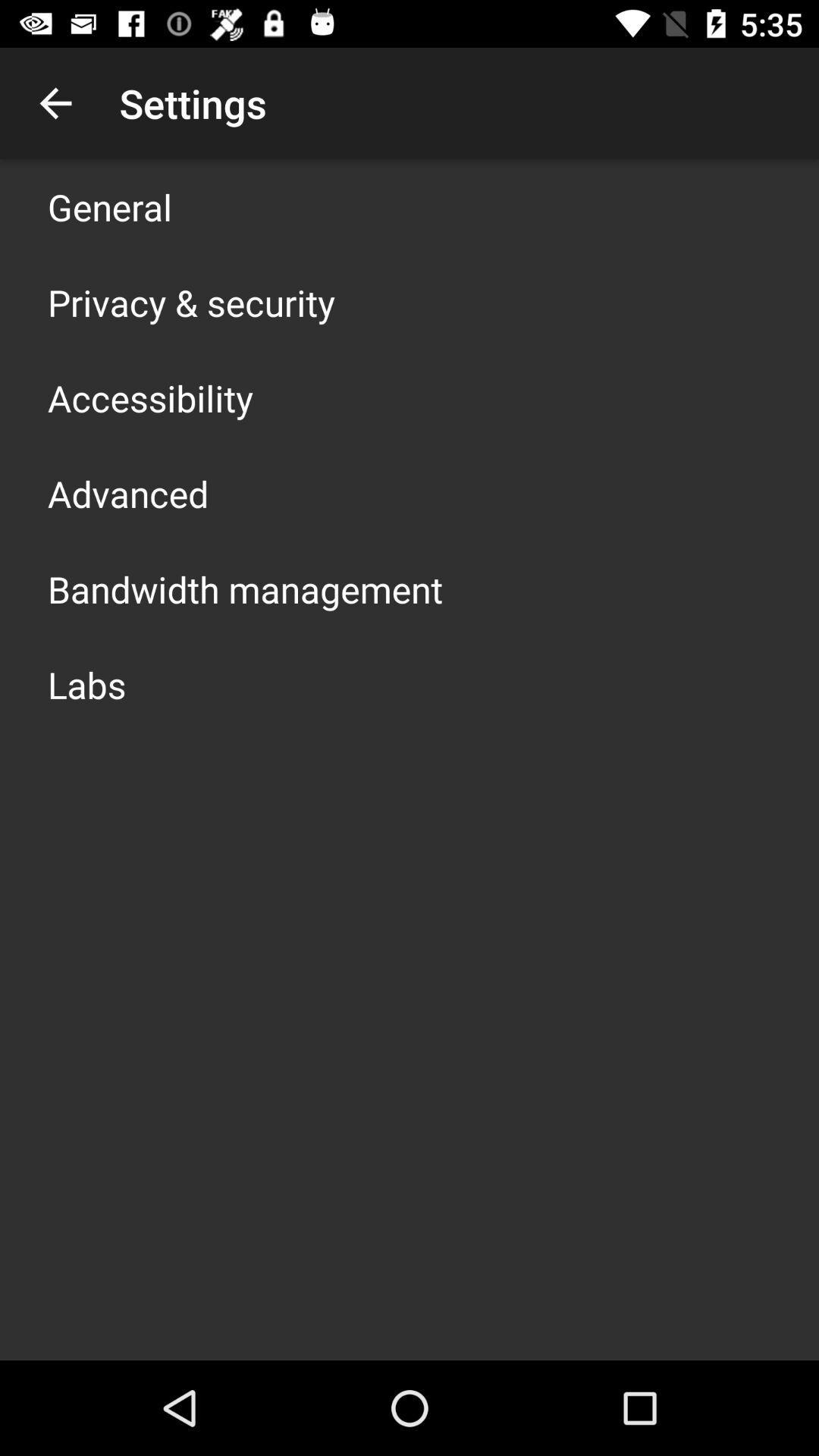  What do you see at coordinates (127, 494) in the screenshot?
I see `the advanced` at bounding box center [127, 494].